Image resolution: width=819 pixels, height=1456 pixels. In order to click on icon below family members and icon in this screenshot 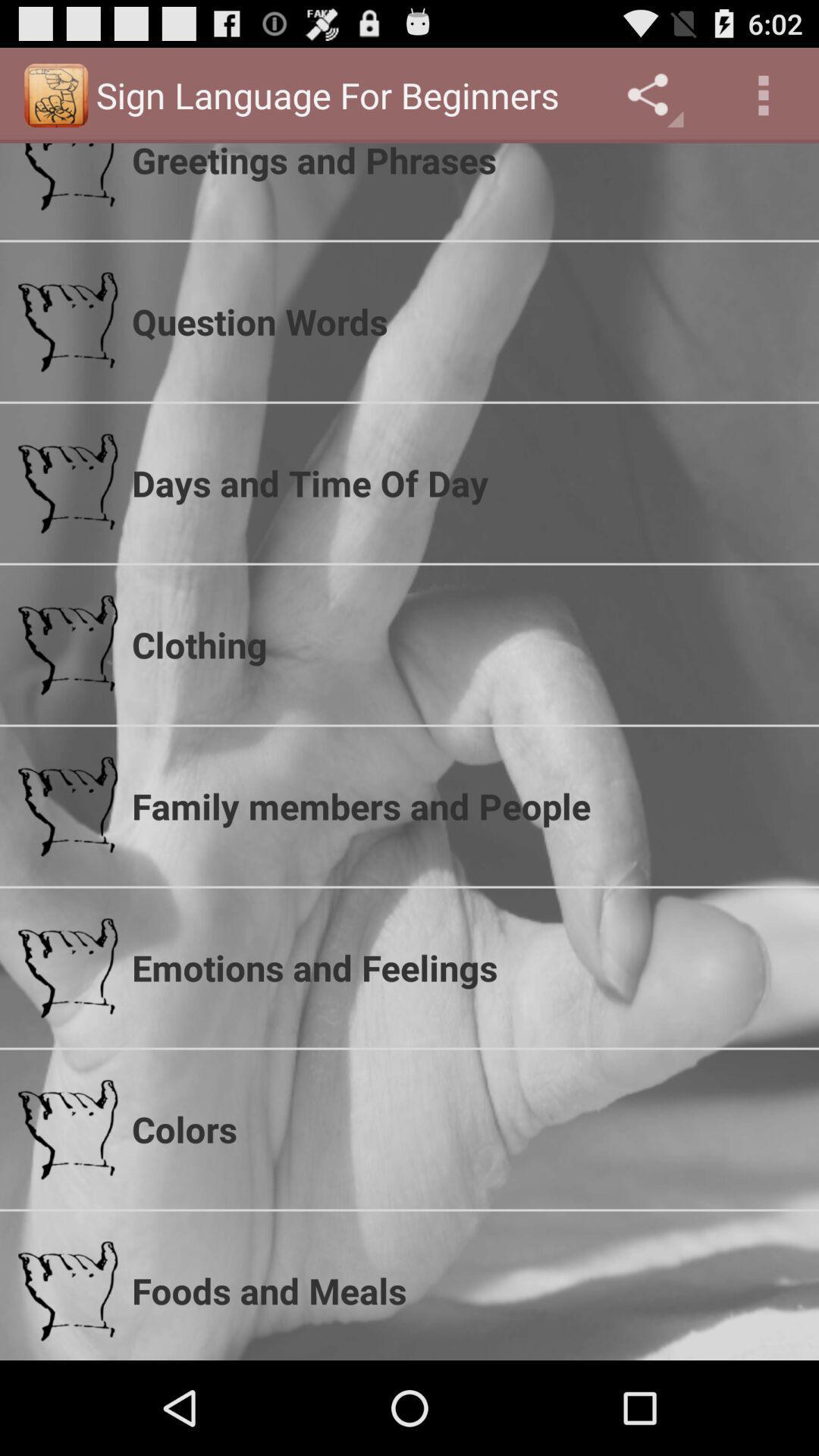, I will do `click(465, 967)`.